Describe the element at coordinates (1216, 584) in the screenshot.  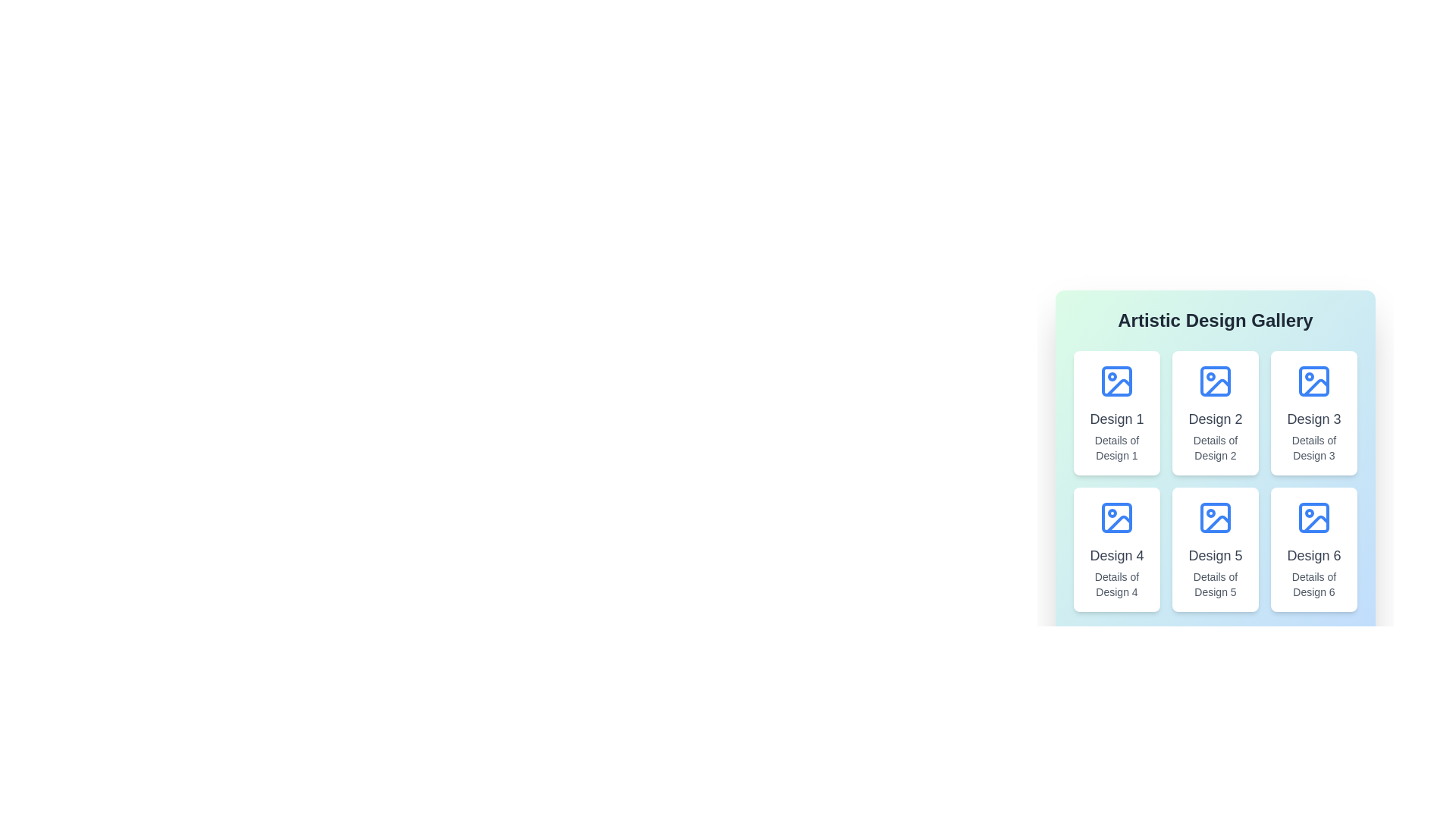
I see `the static text label containing the text 'Details of Design 5', which is styled in a small gray font and positioned below the title 'Design 5' within the white card in the grid layout` at that location.